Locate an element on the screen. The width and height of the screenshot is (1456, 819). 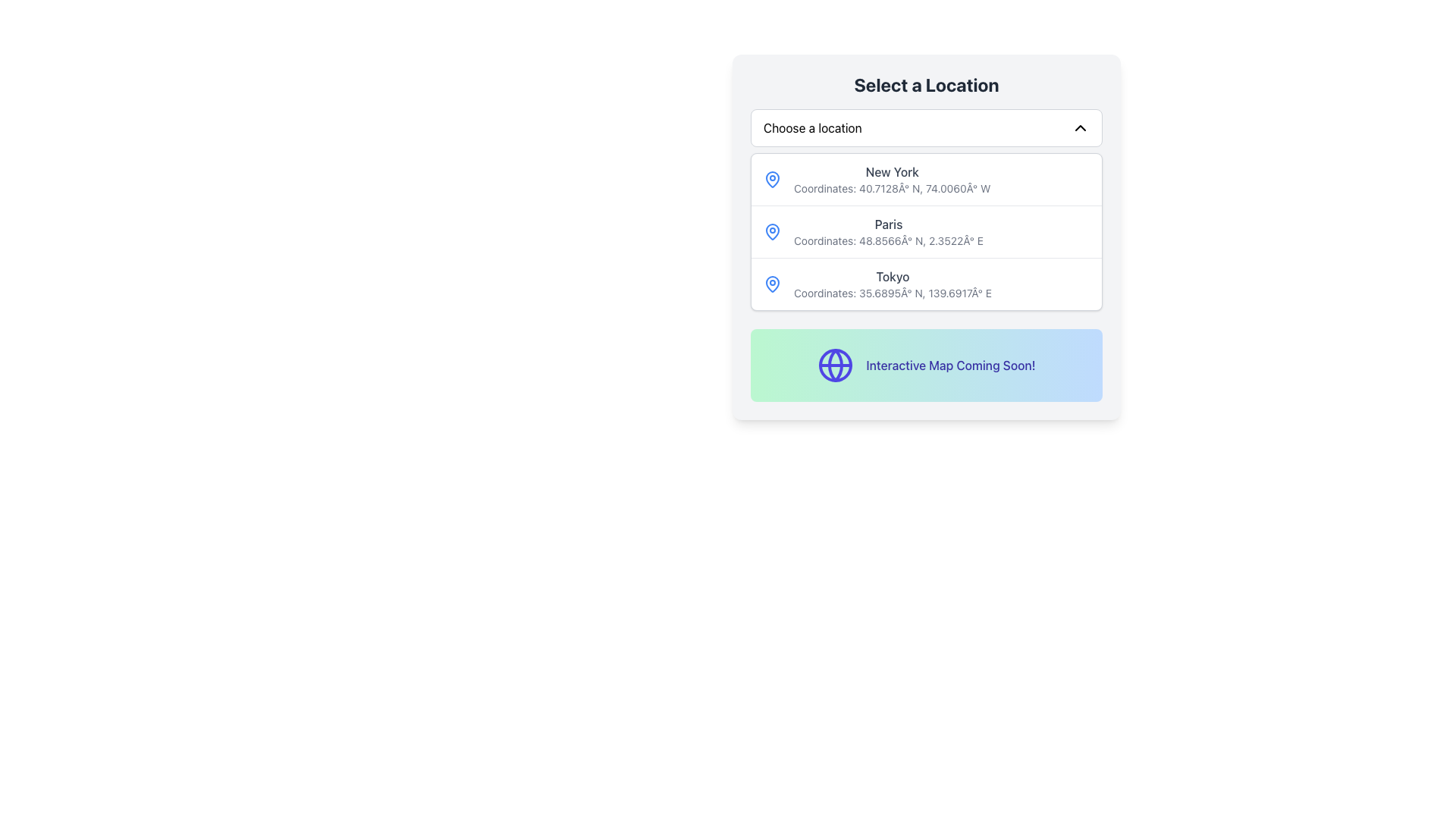
the text label displaying 'Interactive Map Coming Soon!' which is styled with indigo text color and aligned next to a globe icon is located at coordinates (949, 366).